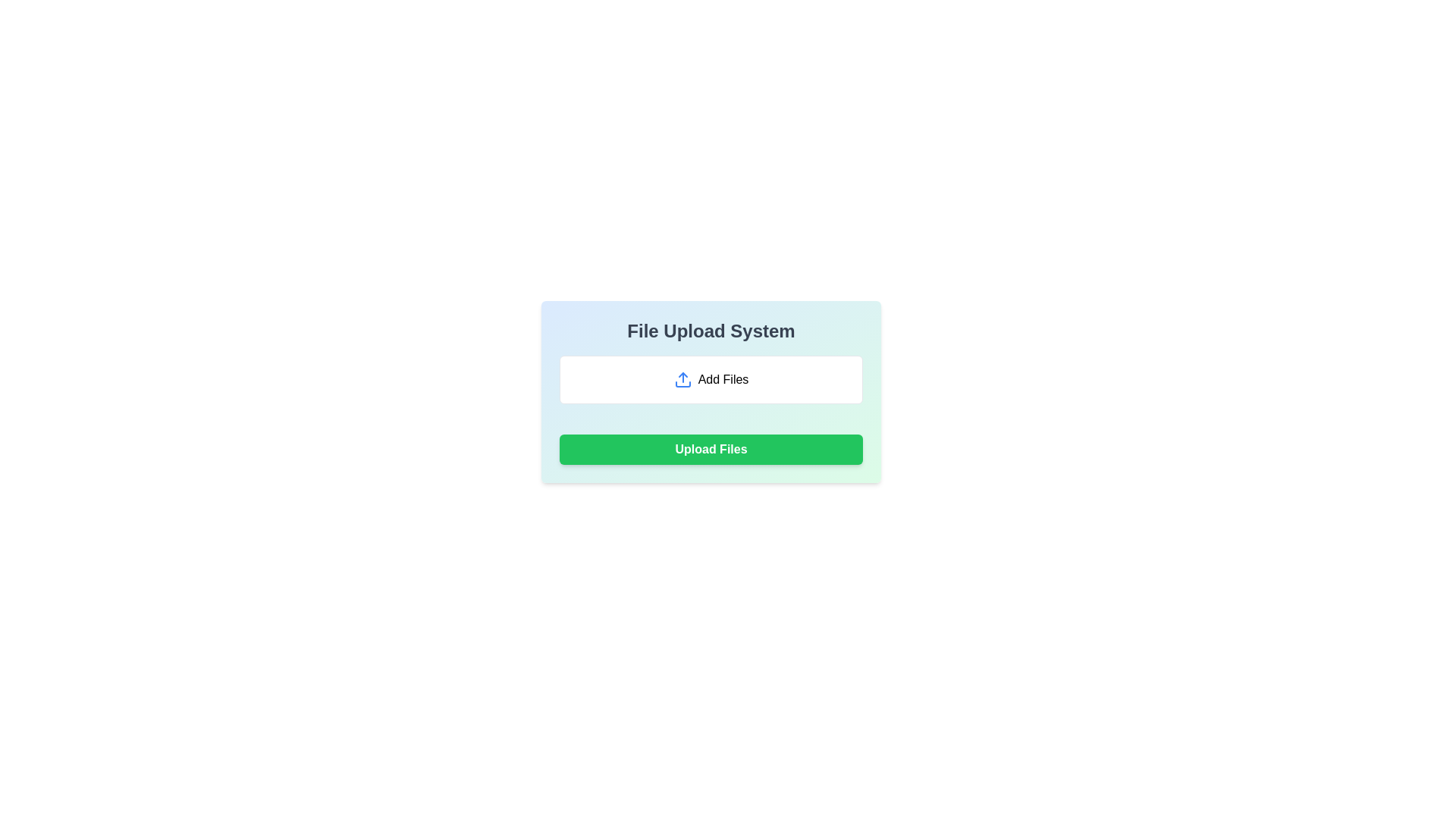 This screenshot has height=819, width=1456. What do you see at coordinates (723, 379) in the screenshot?
I see `text of the 'Add Files' label, which is displayed in bold black font within a white background and gray border, located to the right of the upload icon` at bounding box center [723, 379].